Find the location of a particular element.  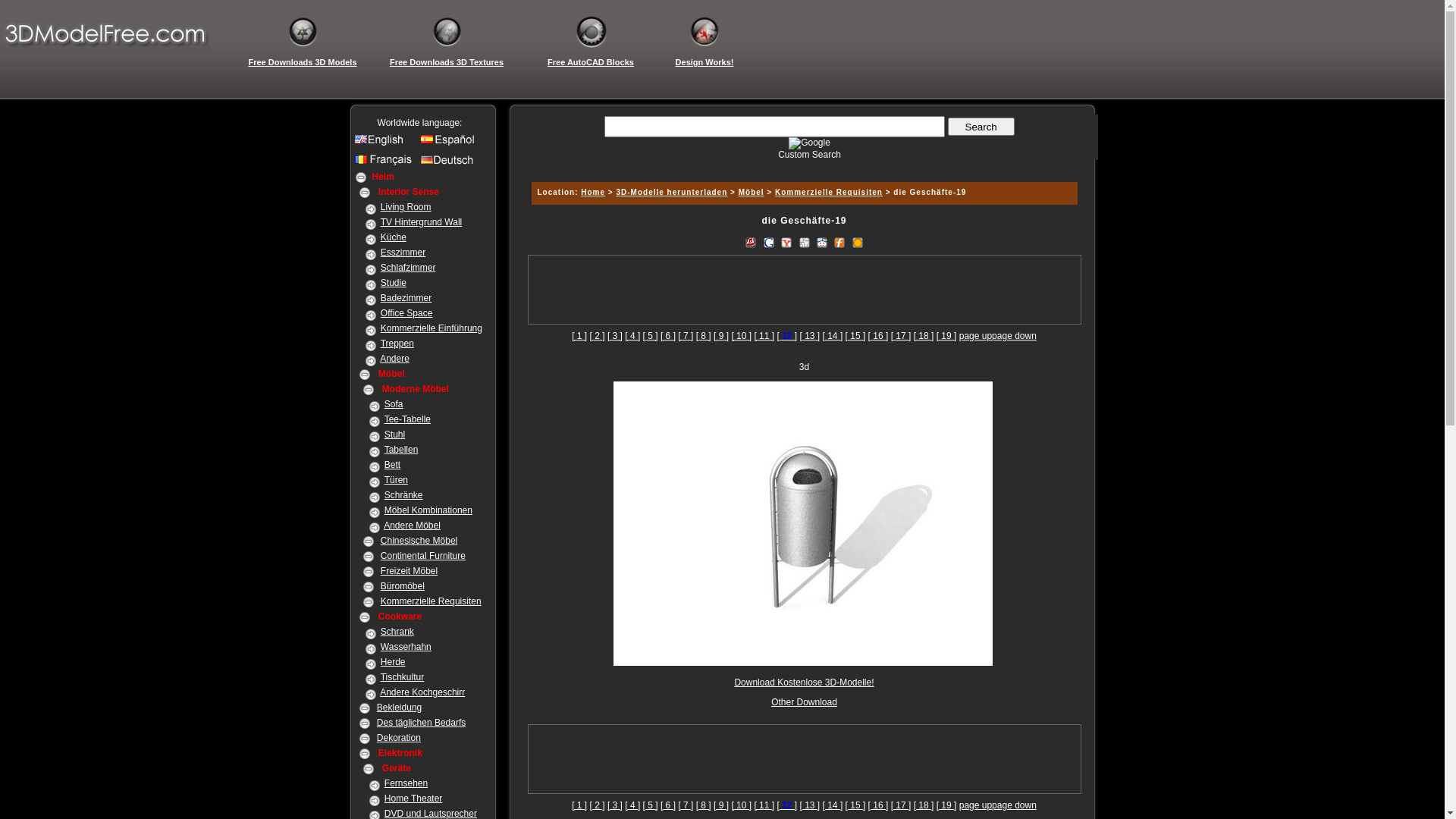

'Tabellen' is located at coordinates (401, 449).